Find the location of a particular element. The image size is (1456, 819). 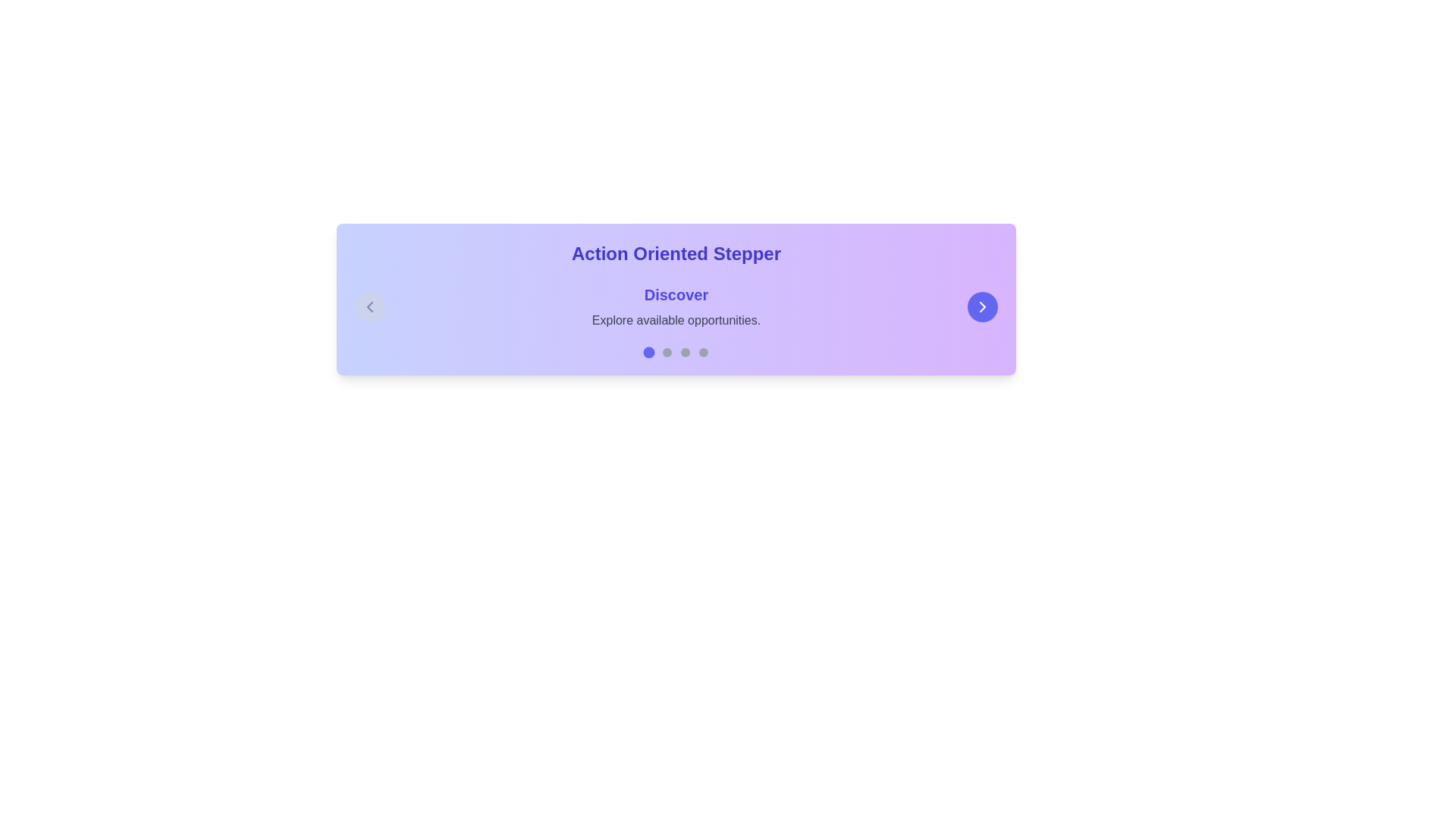

the circular navigation button icon on the left-hand side of the rectangular card in the stepper interface is located at coordinates (370, 307).